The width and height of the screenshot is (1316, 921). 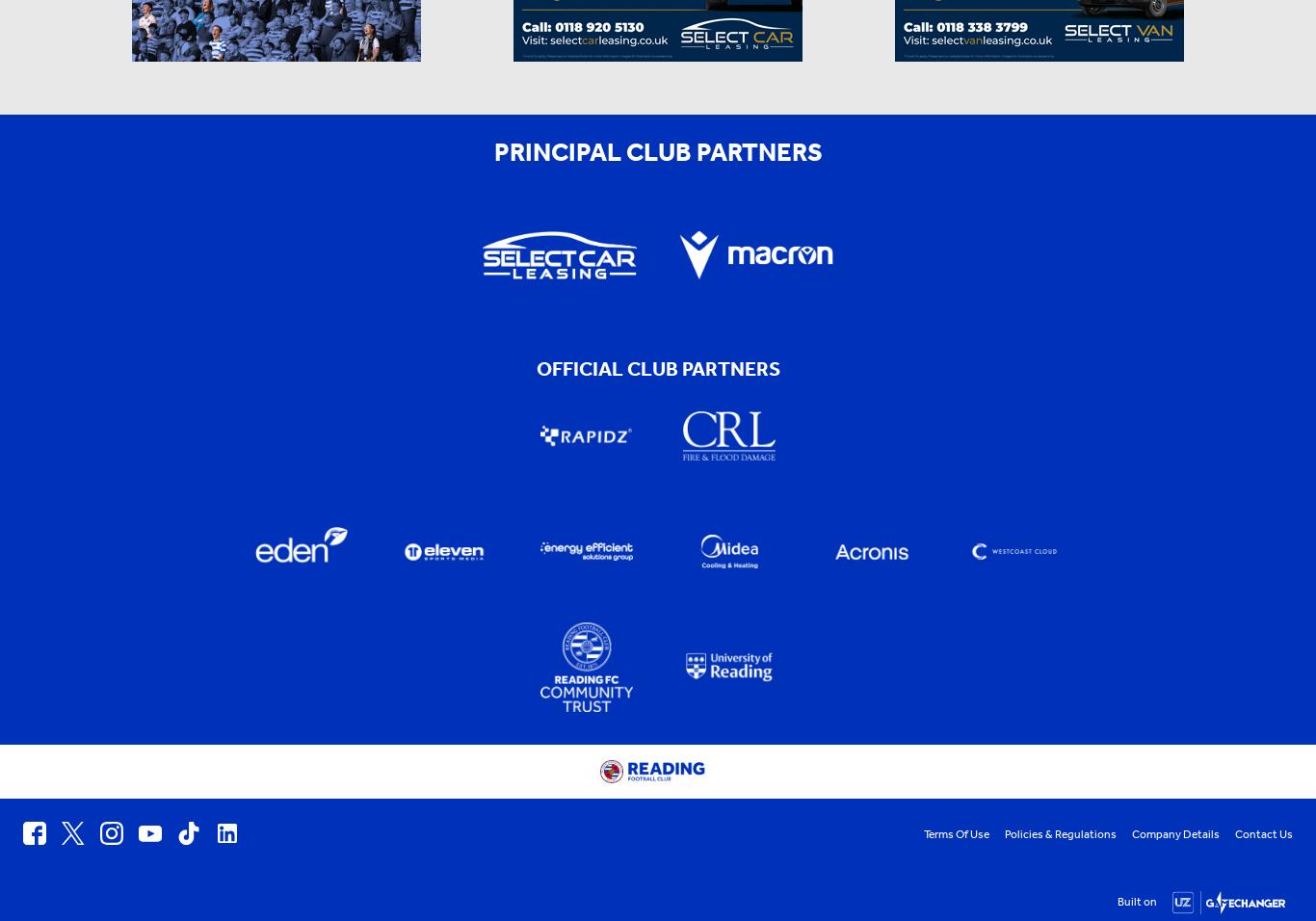 What do you see at coordinates (956, 834) in the screenshot?
I see `'Terms Of Use'` at bounding box center [956, 834].